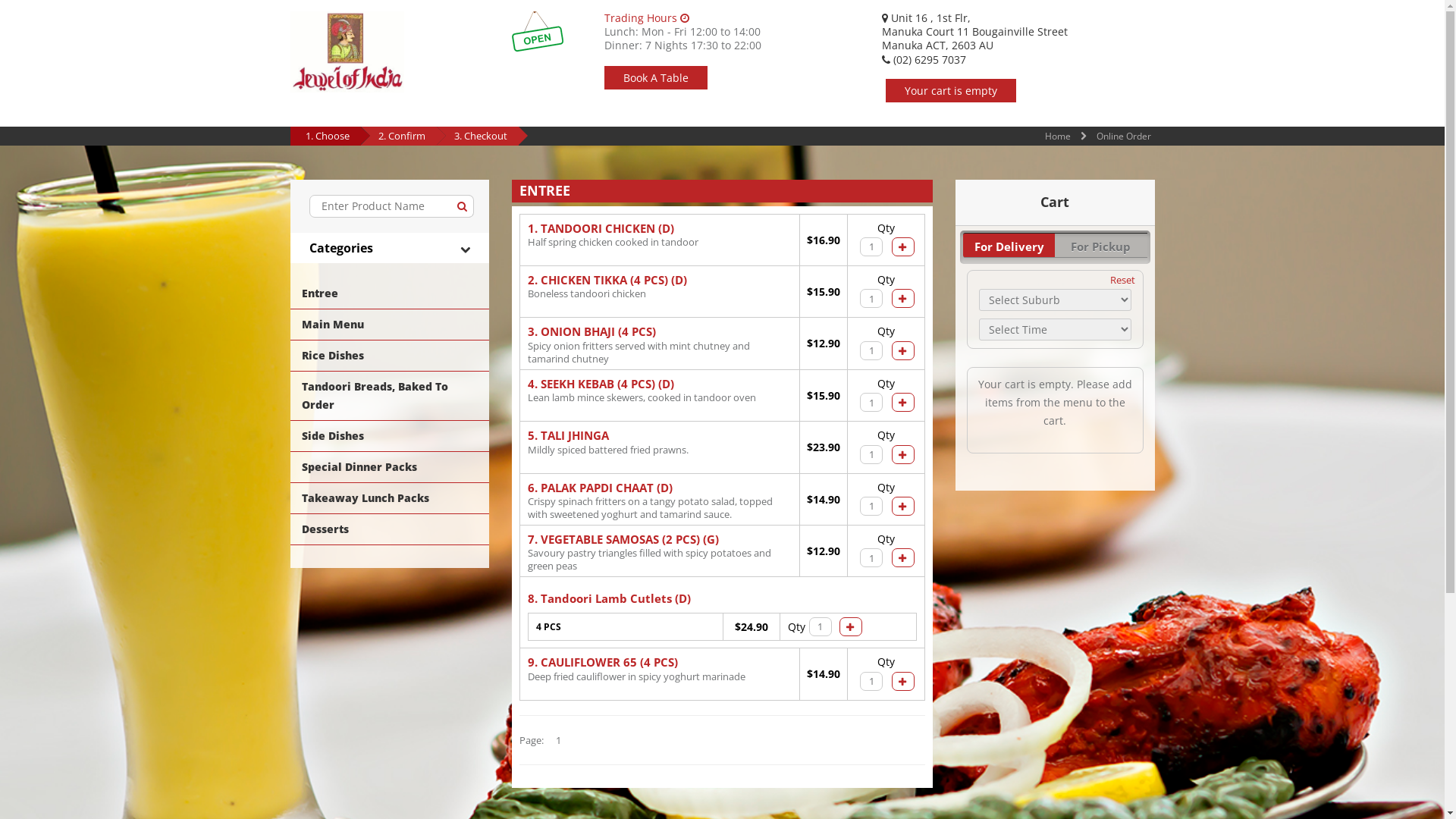  Describe the element at coordinates (290, 466) in the screenshot. I see `'Special Dinner Packs'` at that location.